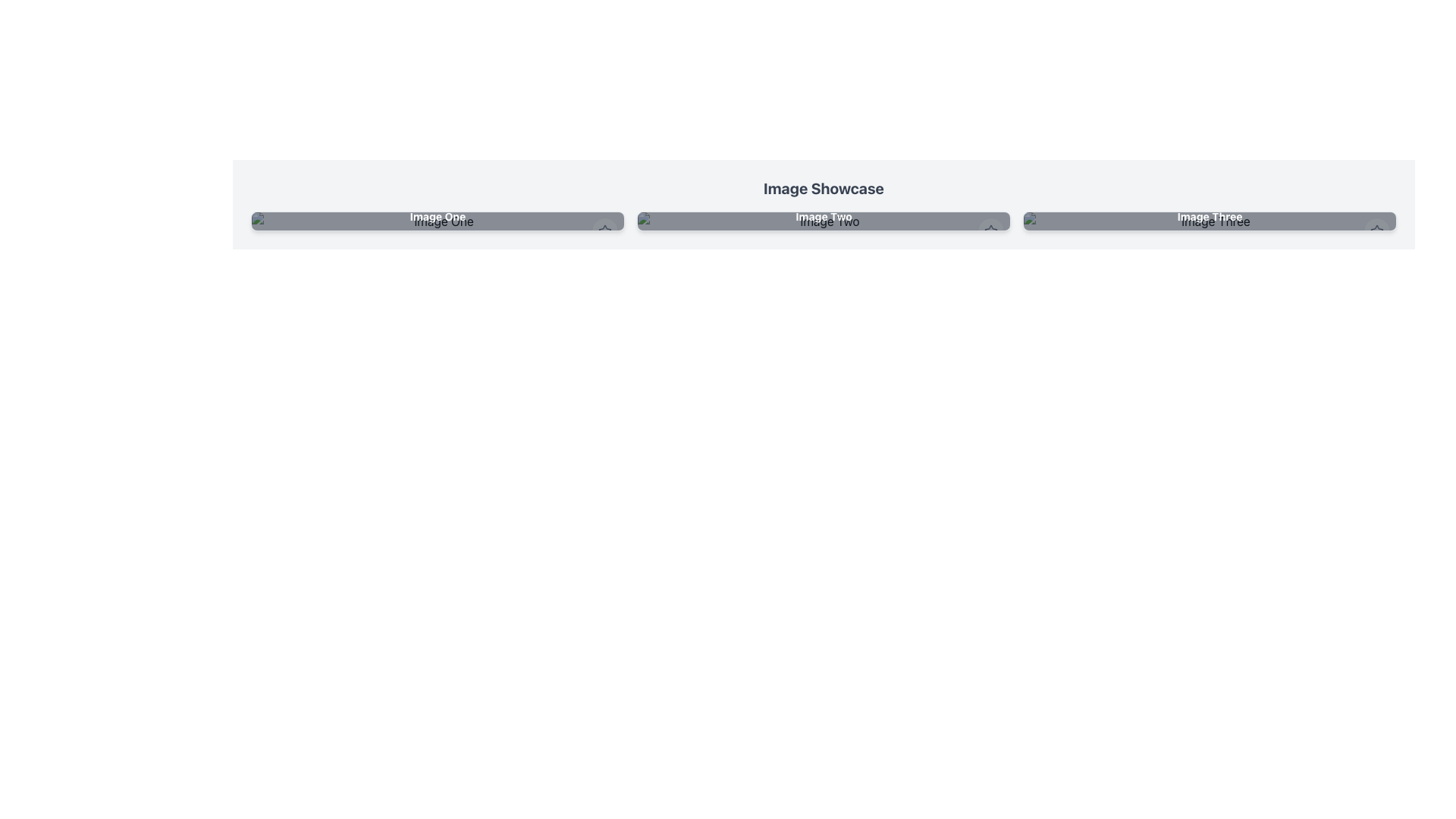 This screenshot has width=1456, height=819. Describe the element at coordinates (823, 221) in the screenshot. I see `the image with placeholder text 'Image Two', which has a light-gray background and is centrally located between 'Image One' and 'Image Three'` at that location.